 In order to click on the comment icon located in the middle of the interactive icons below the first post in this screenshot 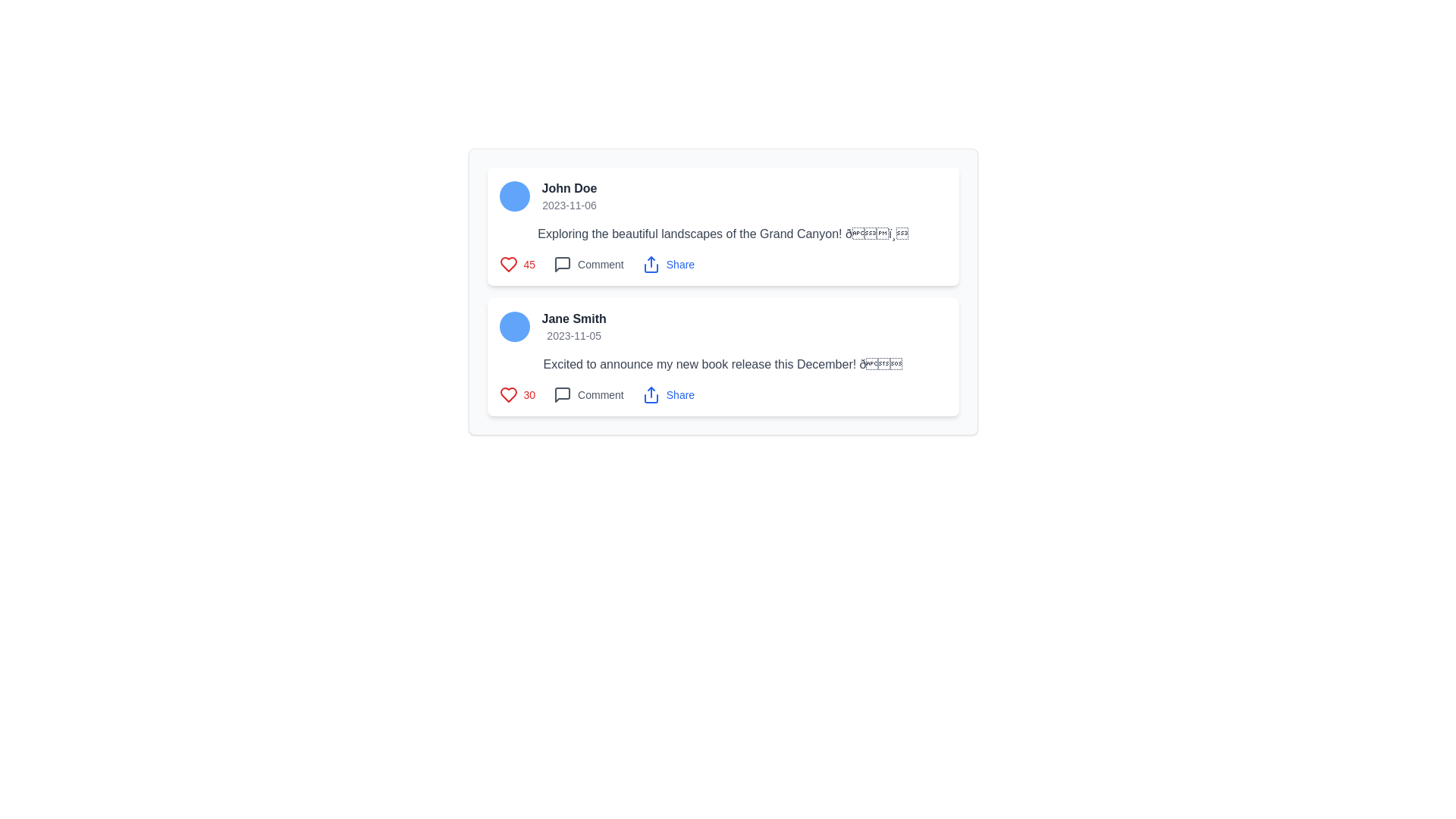, I will do `click(562, 263)`.